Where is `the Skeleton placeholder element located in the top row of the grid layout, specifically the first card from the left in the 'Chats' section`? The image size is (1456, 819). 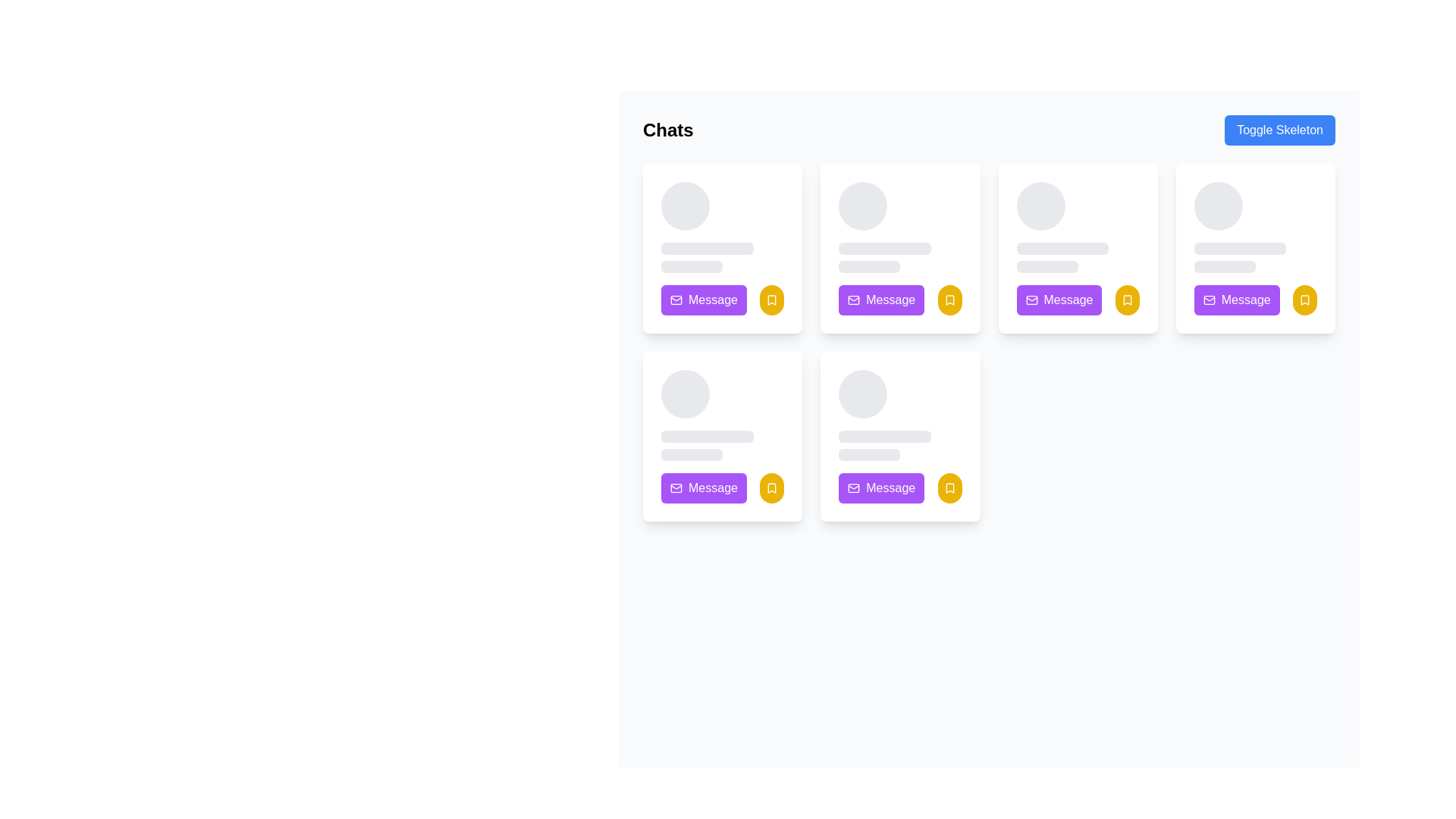 the Skeleton placeholder element located in the top row of the grid layout, specifically the first card from the left in the 'Chats' section is located at coordinates (722, 227).